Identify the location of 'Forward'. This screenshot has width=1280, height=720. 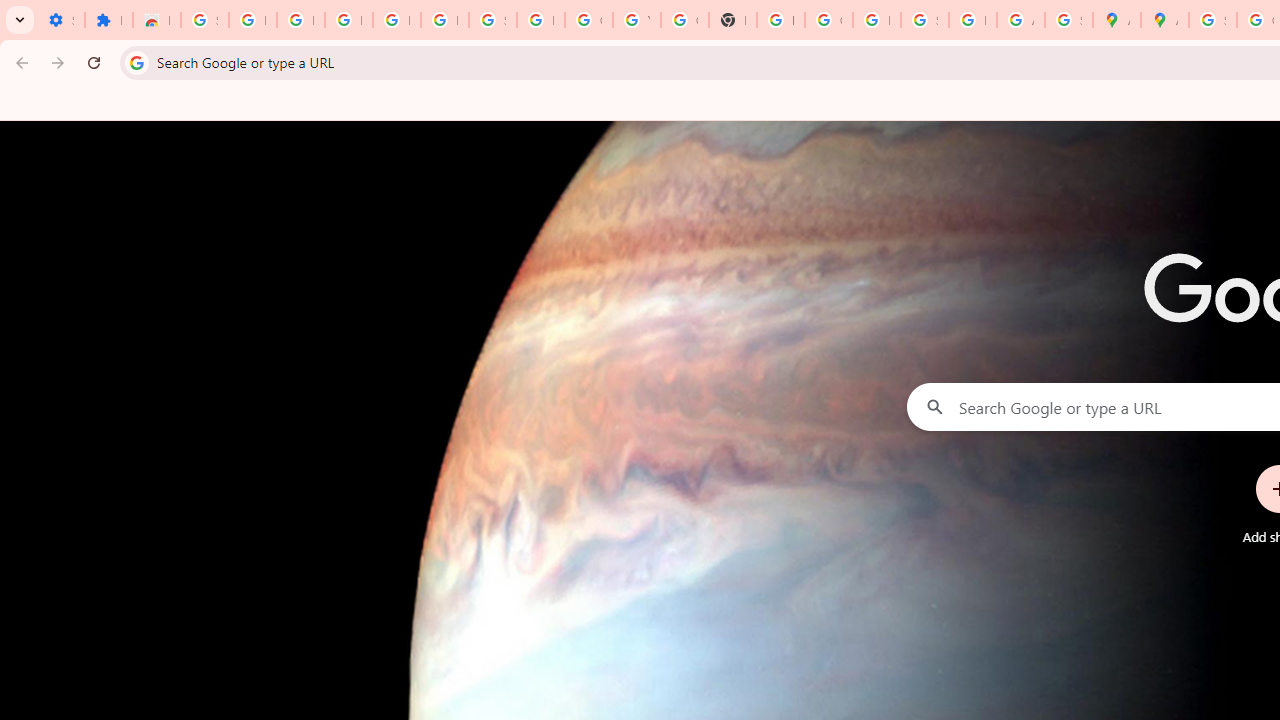
(58, 61).